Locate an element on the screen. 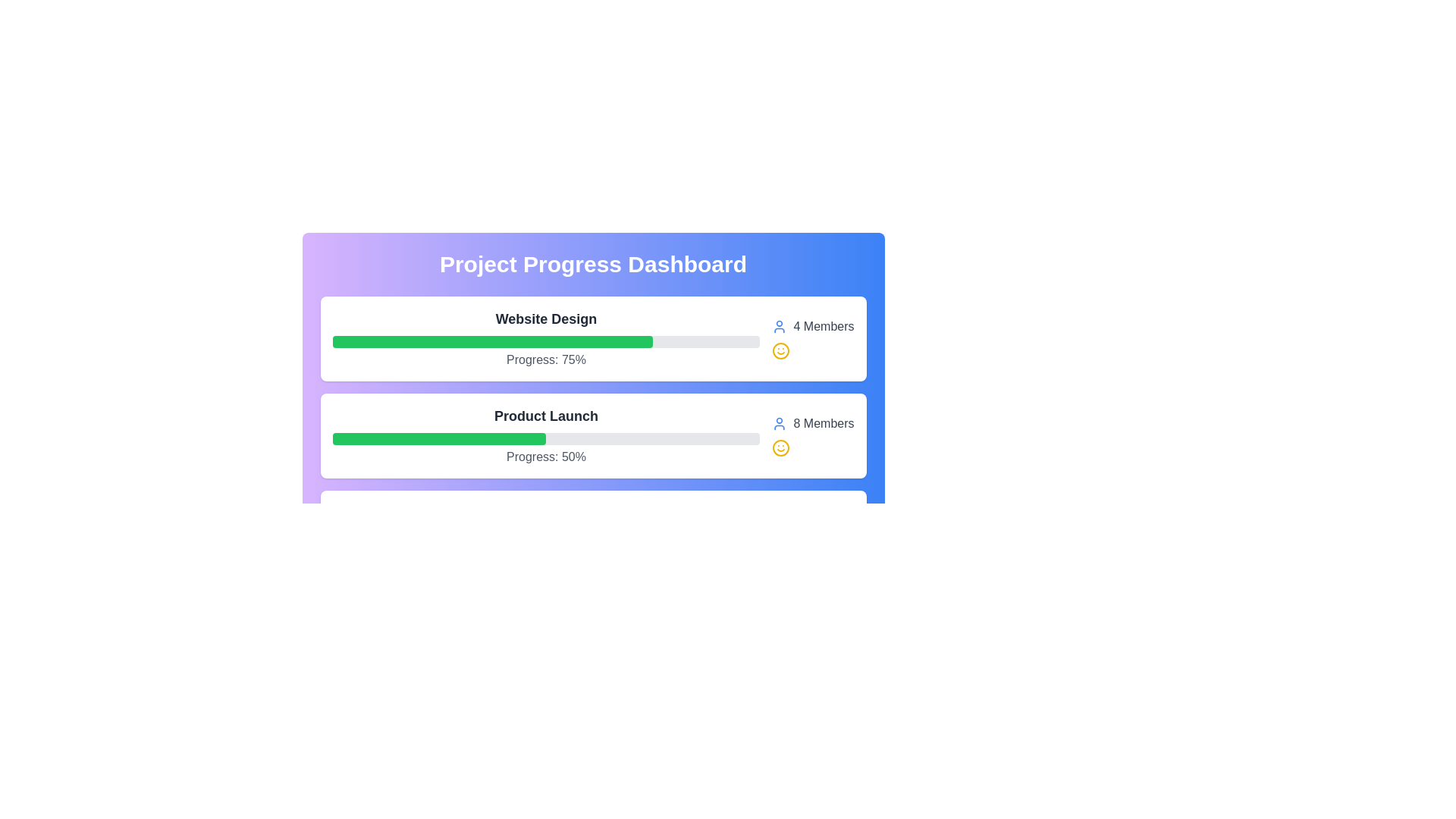 Image resolution: width=1456 pixels, height=819 pixels. the '4 Members' text with an associated user icon located in the top project card on the right side is located at coordinates (812, 338).